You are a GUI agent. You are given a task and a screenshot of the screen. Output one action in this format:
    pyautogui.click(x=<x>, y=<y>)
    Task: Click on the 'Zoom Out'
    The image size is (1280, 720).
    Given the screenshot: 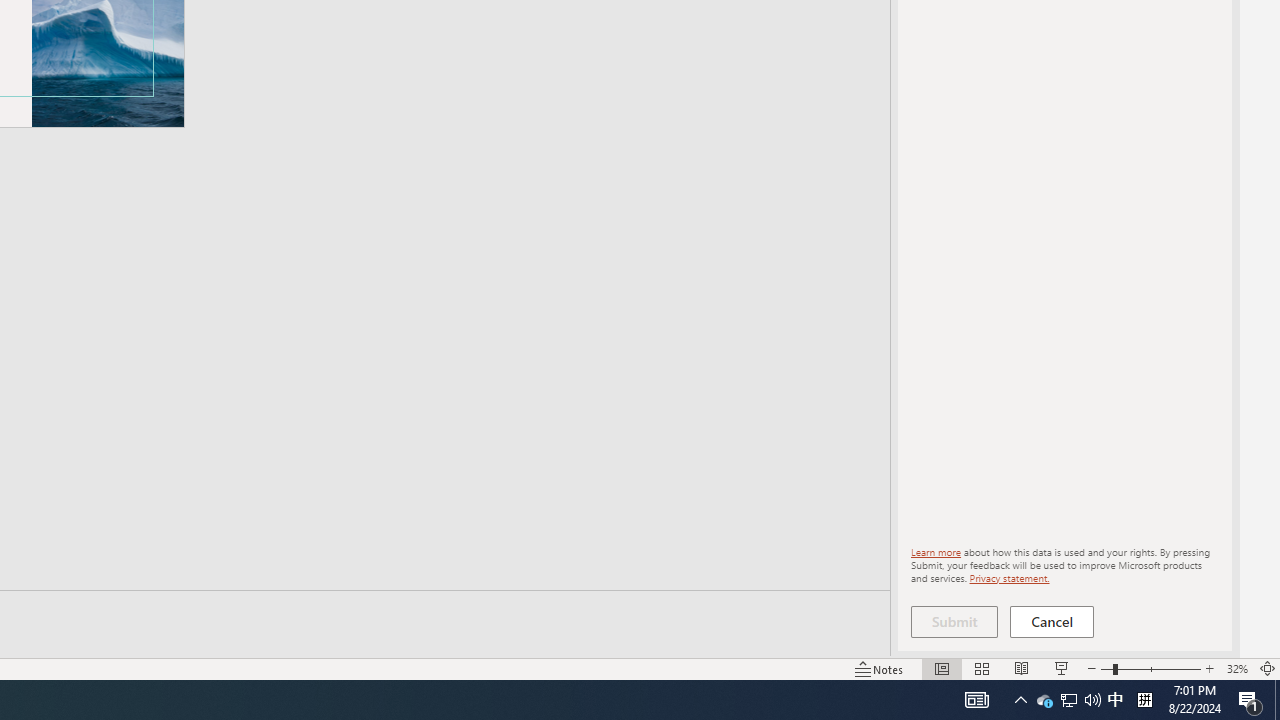 What is the action you would take?
    pyautogui.click(x=1106, y=669)
    